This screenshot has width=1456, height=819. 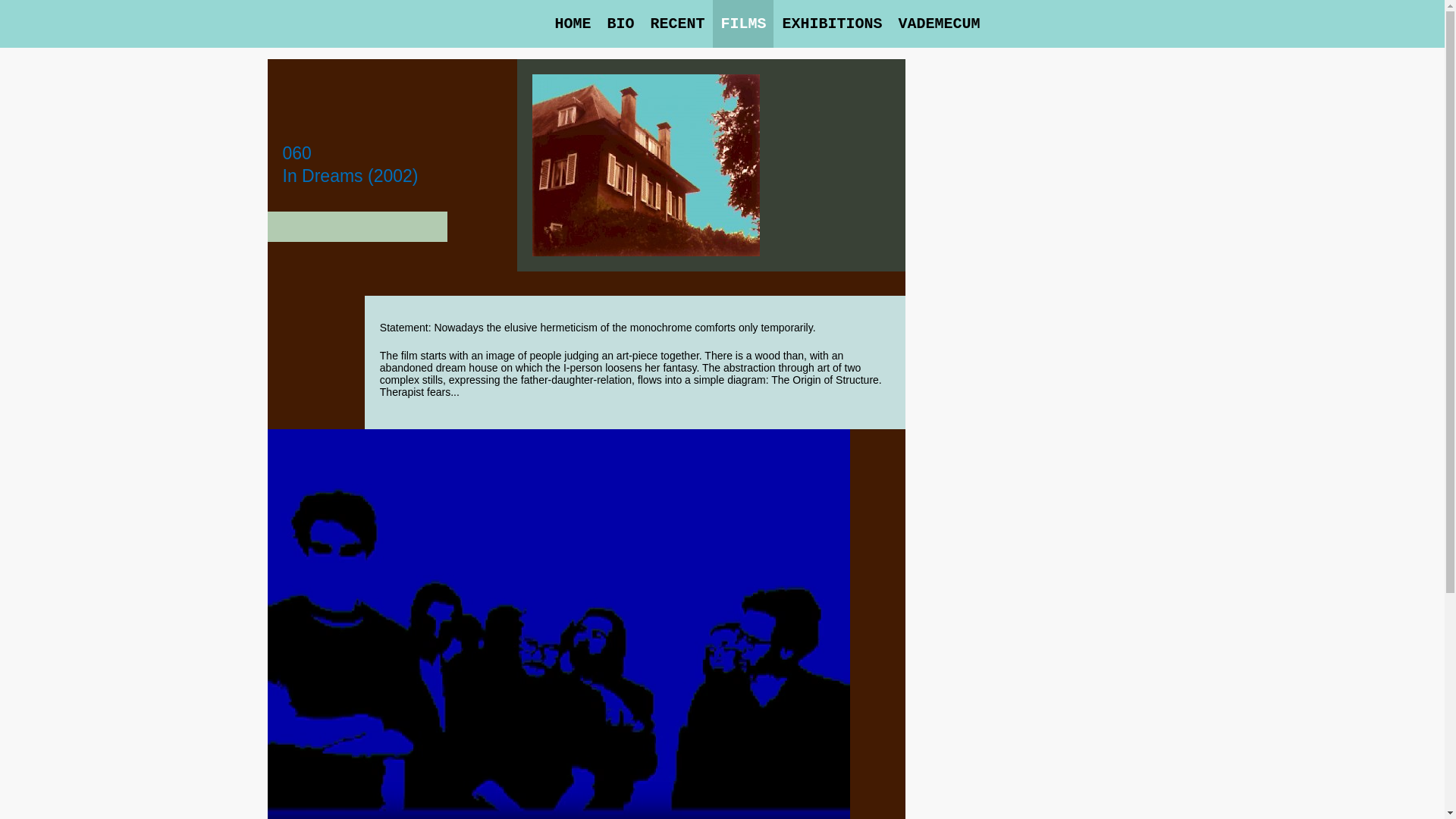 I want to click on 'VADEMECUM', so click(x=938, y=24).